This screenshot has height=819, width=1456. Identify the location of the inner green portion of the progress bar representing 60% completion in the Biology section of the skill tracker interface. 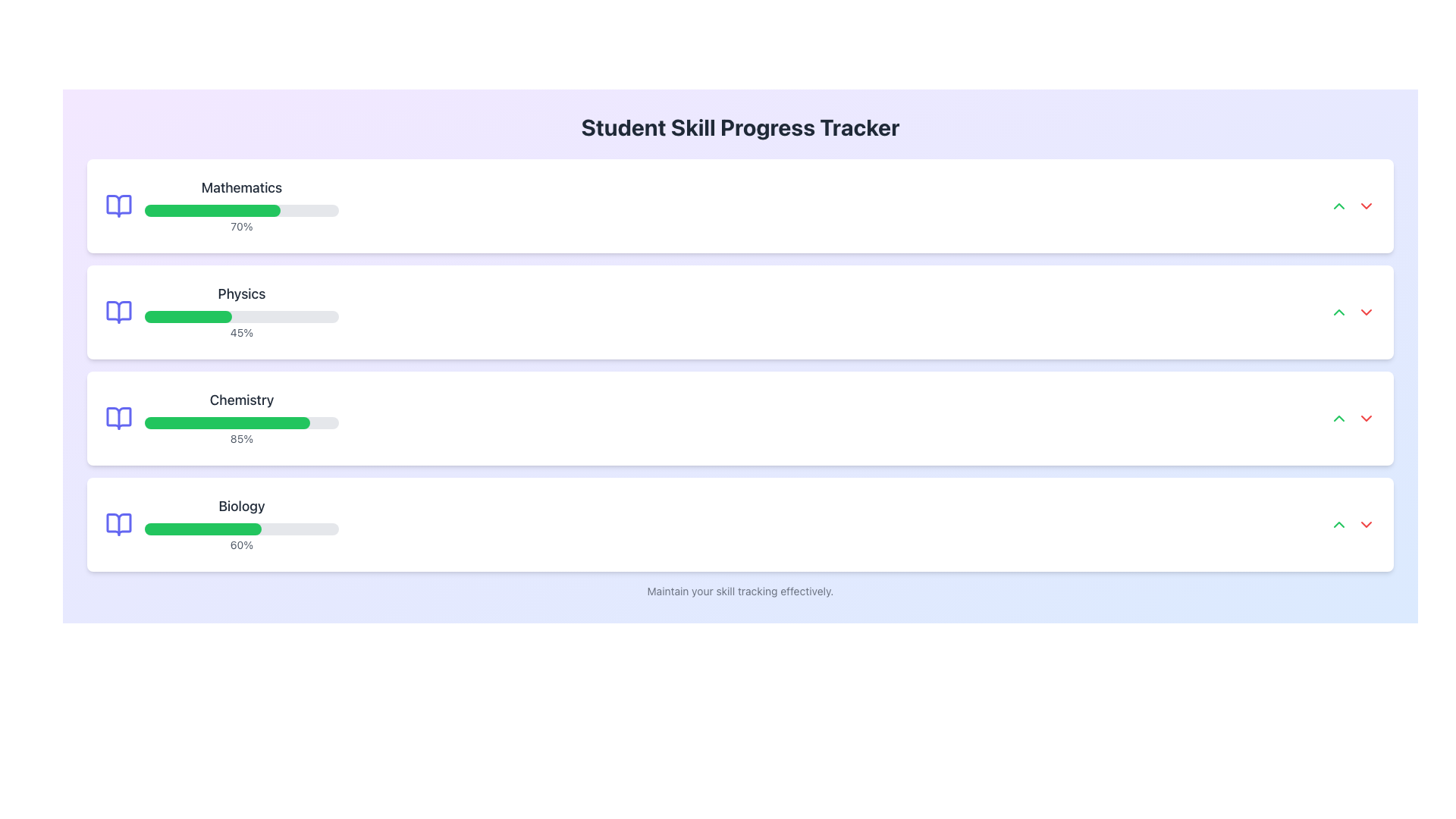
(202, 529).